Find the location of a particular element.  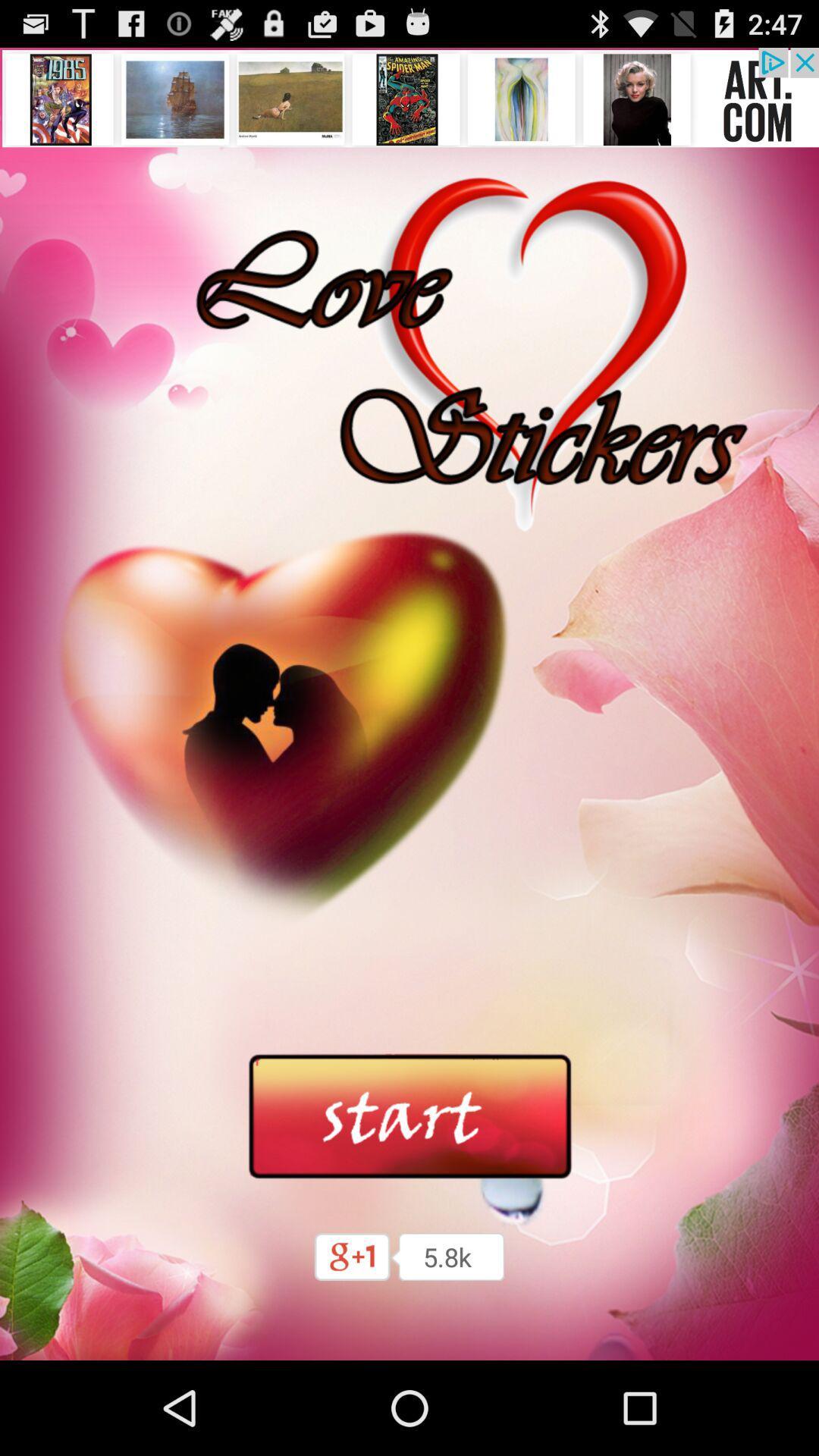

the date_range icon is located at coordinates (409, 1194).